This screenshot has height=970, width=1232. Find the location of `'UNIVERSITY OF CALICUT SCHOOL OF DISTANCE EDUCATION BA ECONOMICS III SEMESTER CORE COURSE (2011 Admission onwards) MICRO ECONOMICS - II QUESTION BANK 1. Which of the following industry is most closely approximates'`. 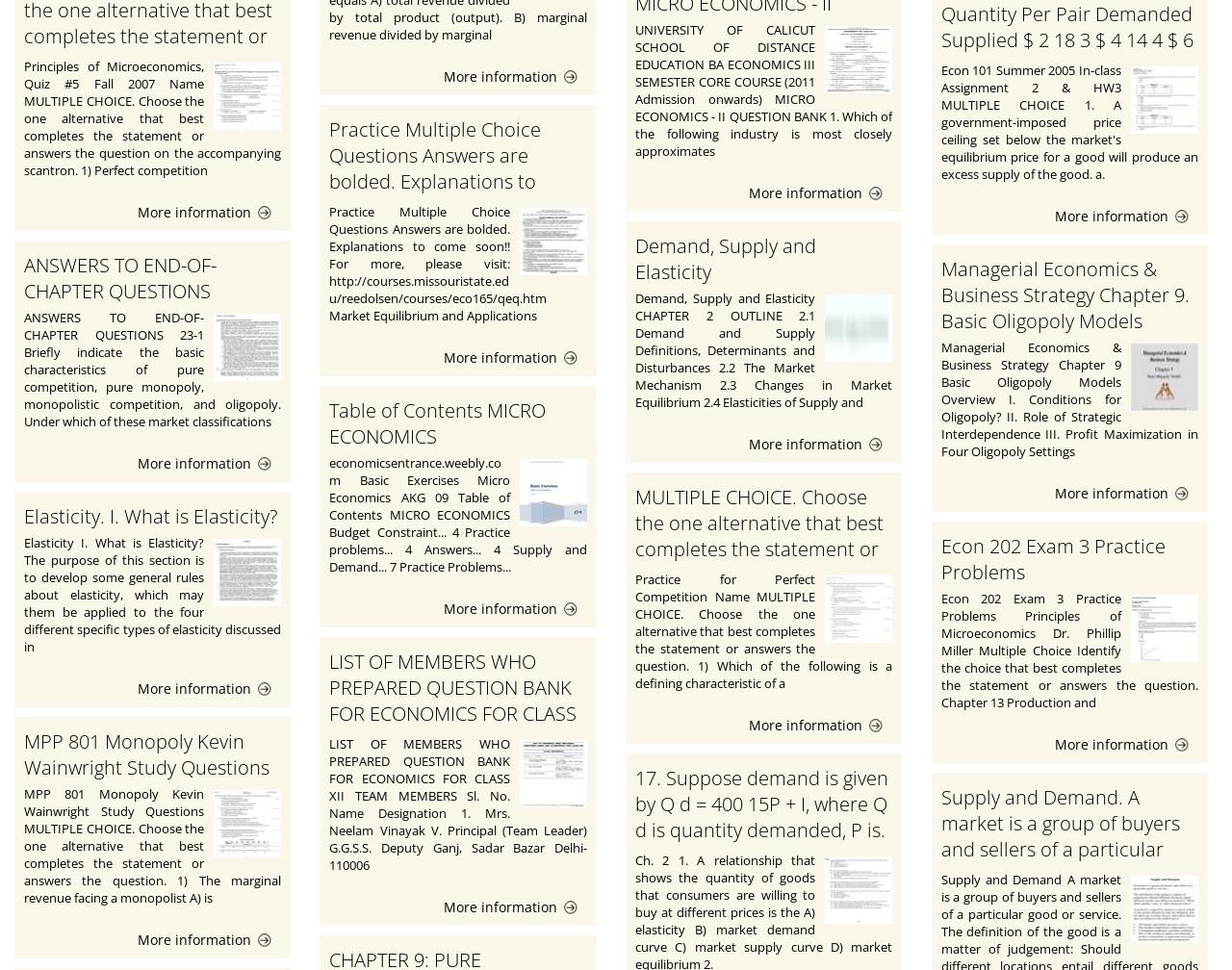

'UNIVERSITY OF CALICUT SCHOOL OF DISTANCE EDUCATION BA ECONOMICS III SEMESTER CORE COURSE (2011 Admission onwards) MICRO ECONOMICS - II QUESTION BANK 1. Which of the following industry is most closely approximates' is located at coordinates (633, 90).